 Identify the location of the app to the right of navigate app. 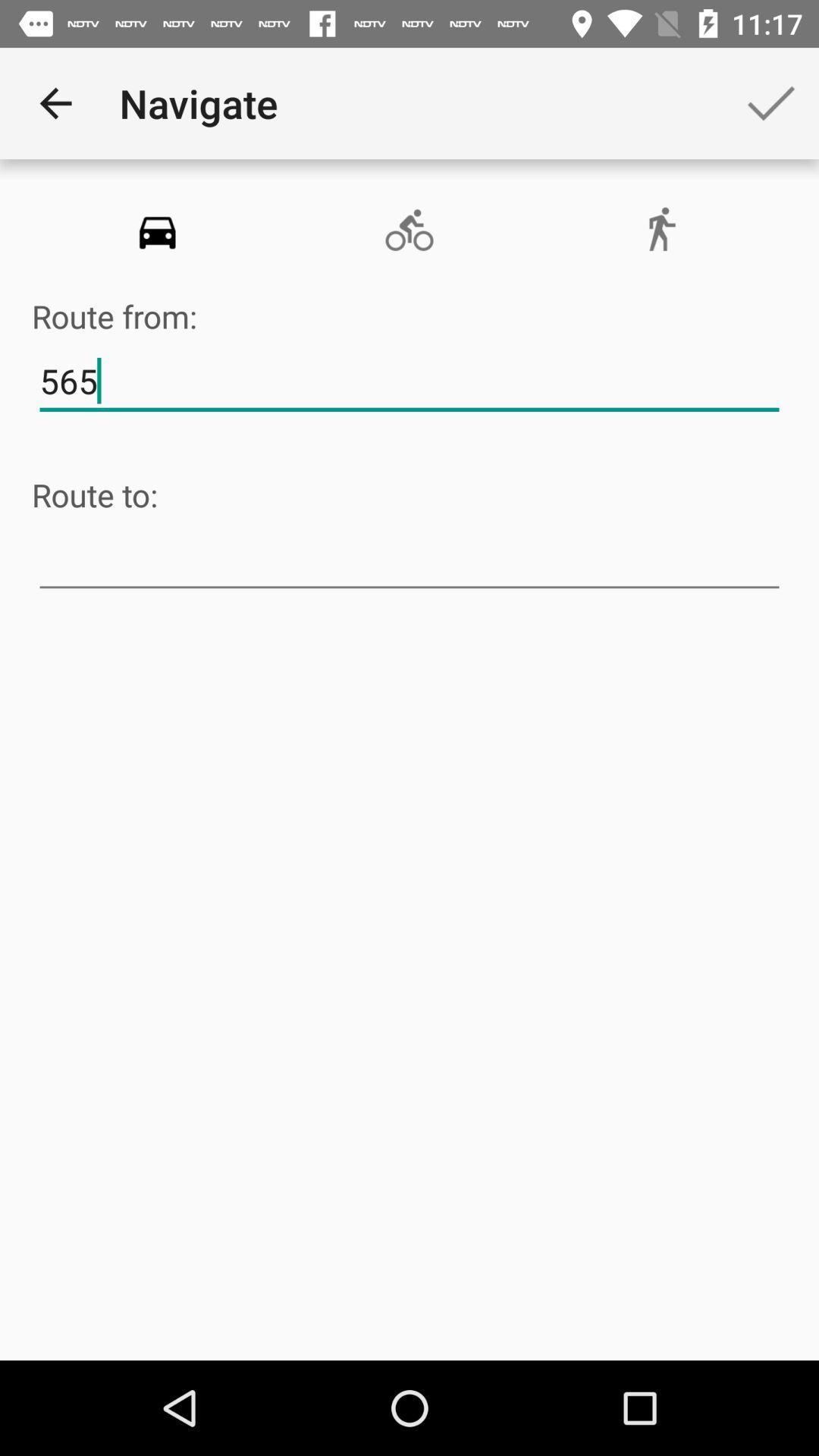
(771, 102).